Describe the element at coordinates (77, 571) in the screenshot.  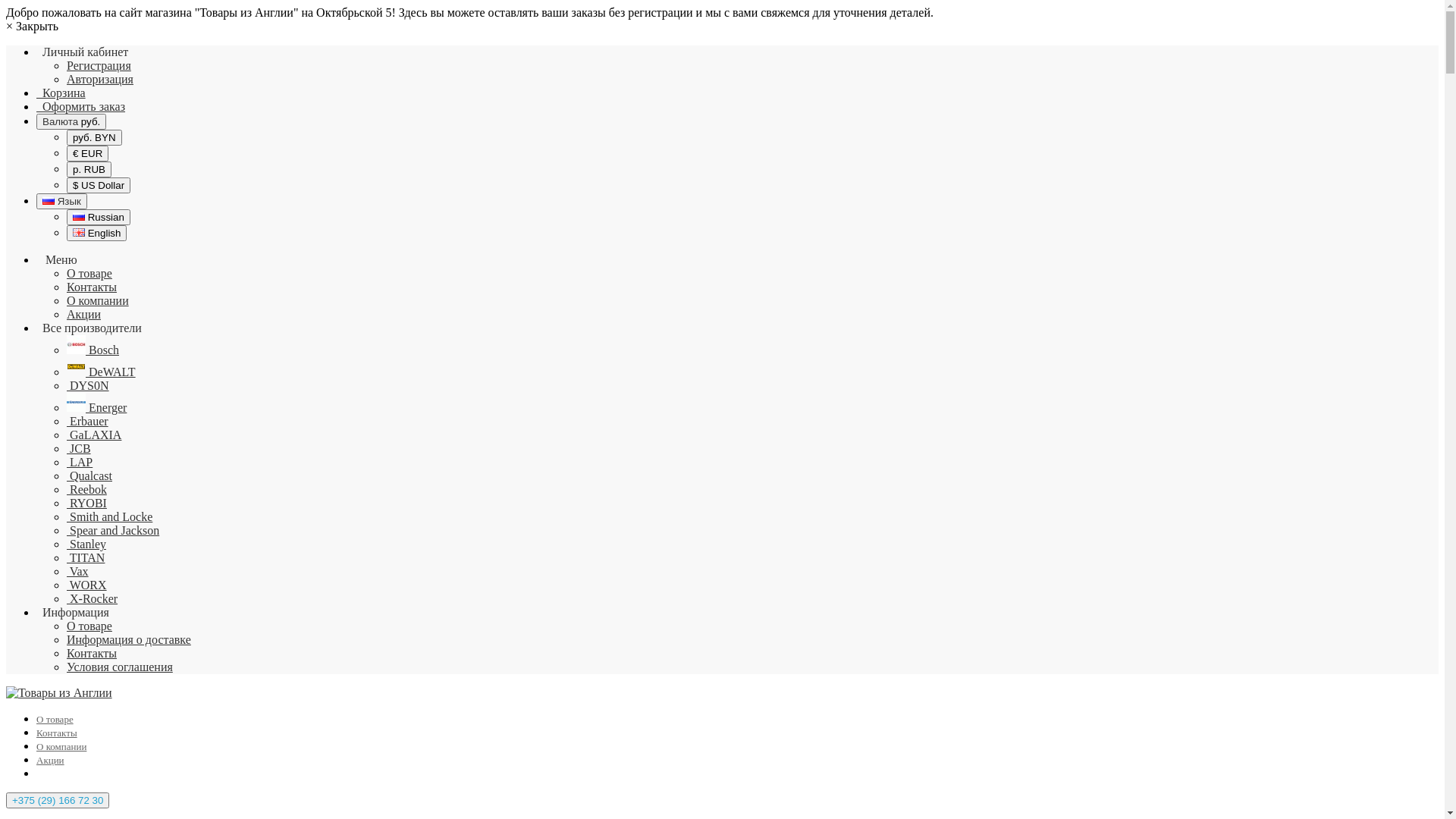
I see `'Vax'` at that location.